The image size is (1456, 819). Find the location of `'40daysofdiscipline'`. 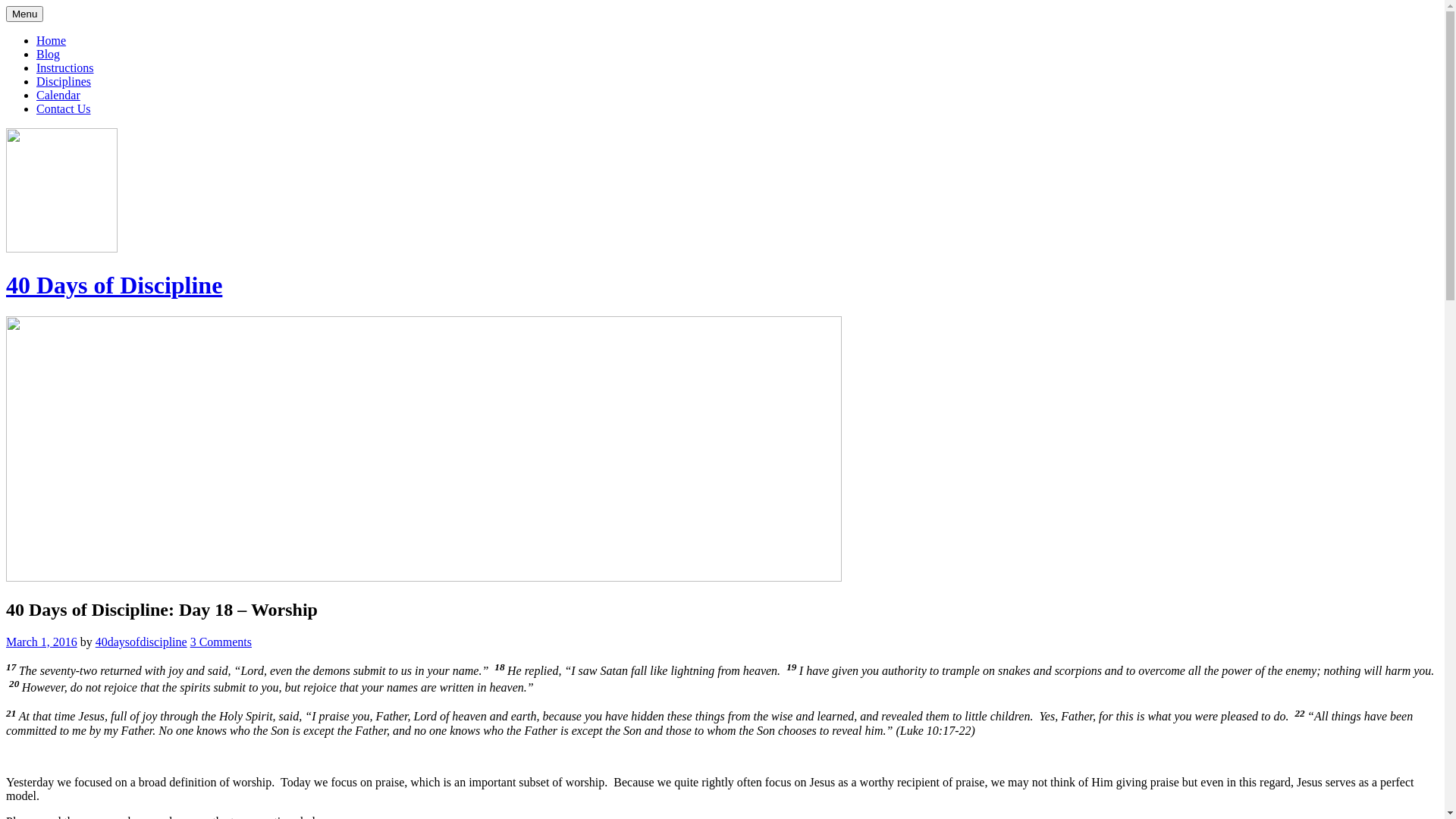

'40daysofdiscipline' is located at coordinates (141, 642).